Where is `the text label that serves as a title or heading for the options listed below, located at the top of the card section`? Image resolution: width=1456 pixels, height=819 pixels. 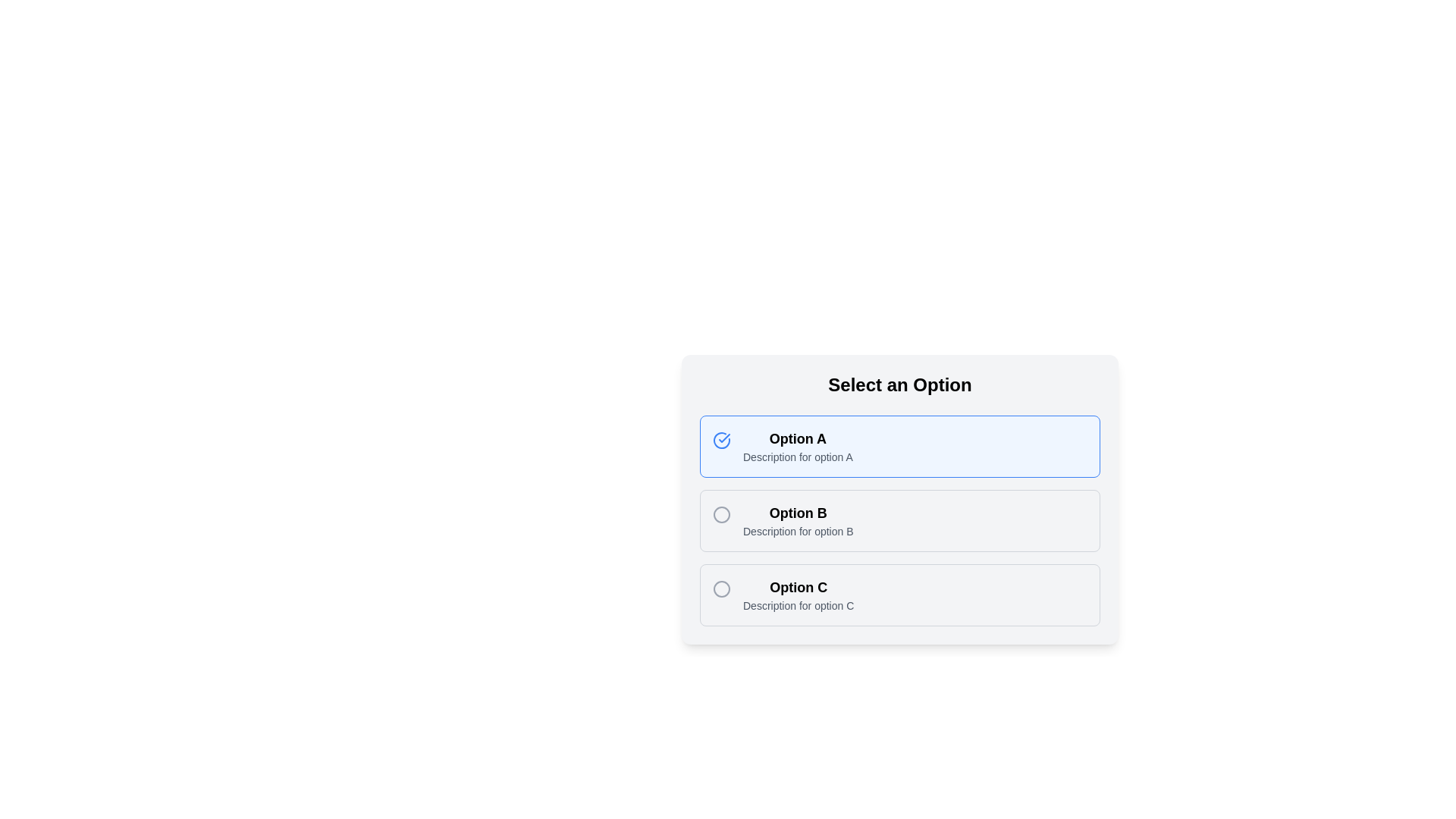 the text label that serves as a title or heading for the options listed below, located at the top of the card section is located at coordinates (899, 384).